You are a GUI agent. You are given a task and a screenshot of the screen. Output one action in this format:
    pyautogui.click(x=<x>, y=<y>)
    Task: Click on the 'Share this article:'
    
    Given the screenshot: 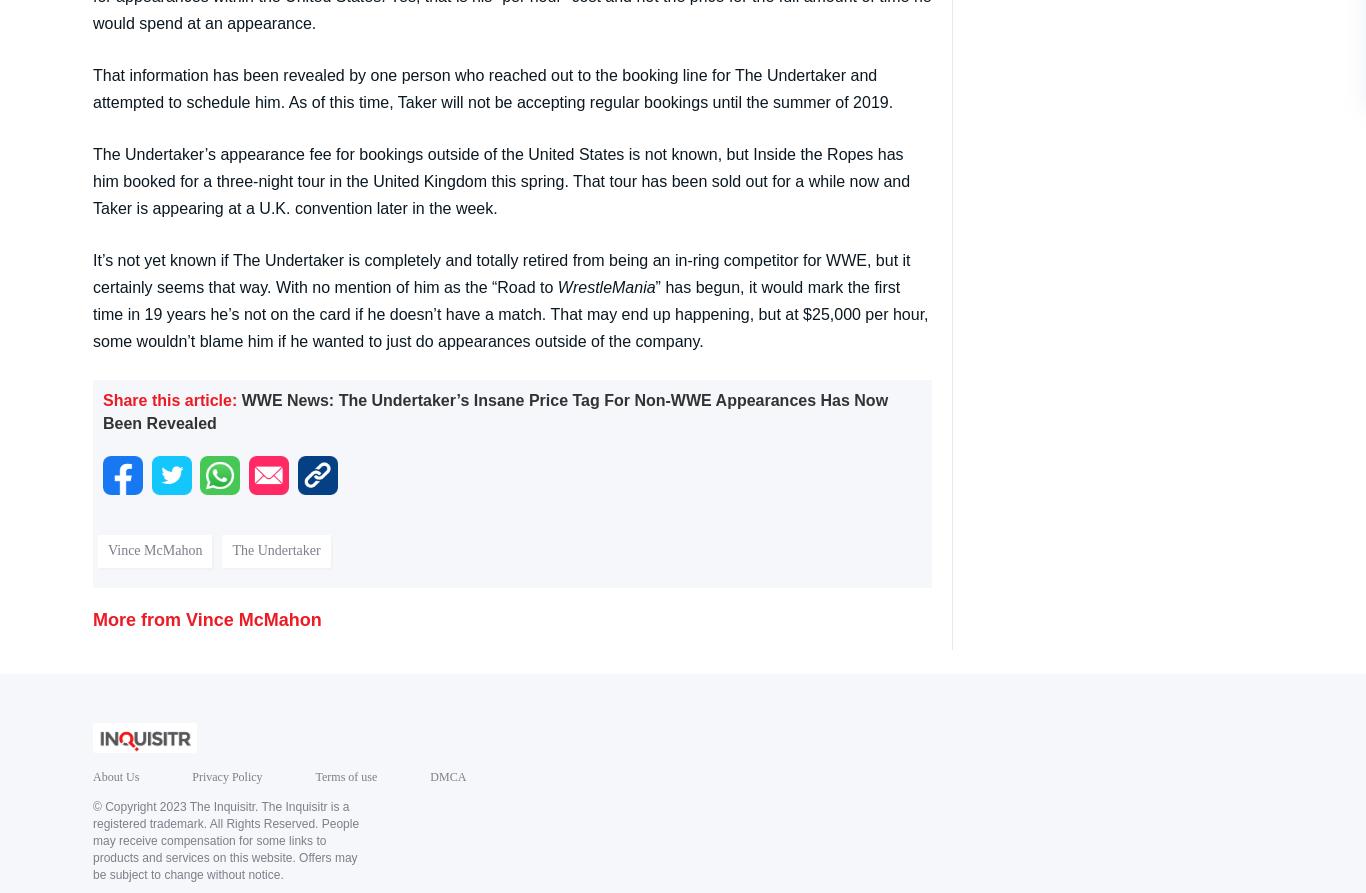 What is the action you would take?
    pyautogui.click(x=169, y=399)
    